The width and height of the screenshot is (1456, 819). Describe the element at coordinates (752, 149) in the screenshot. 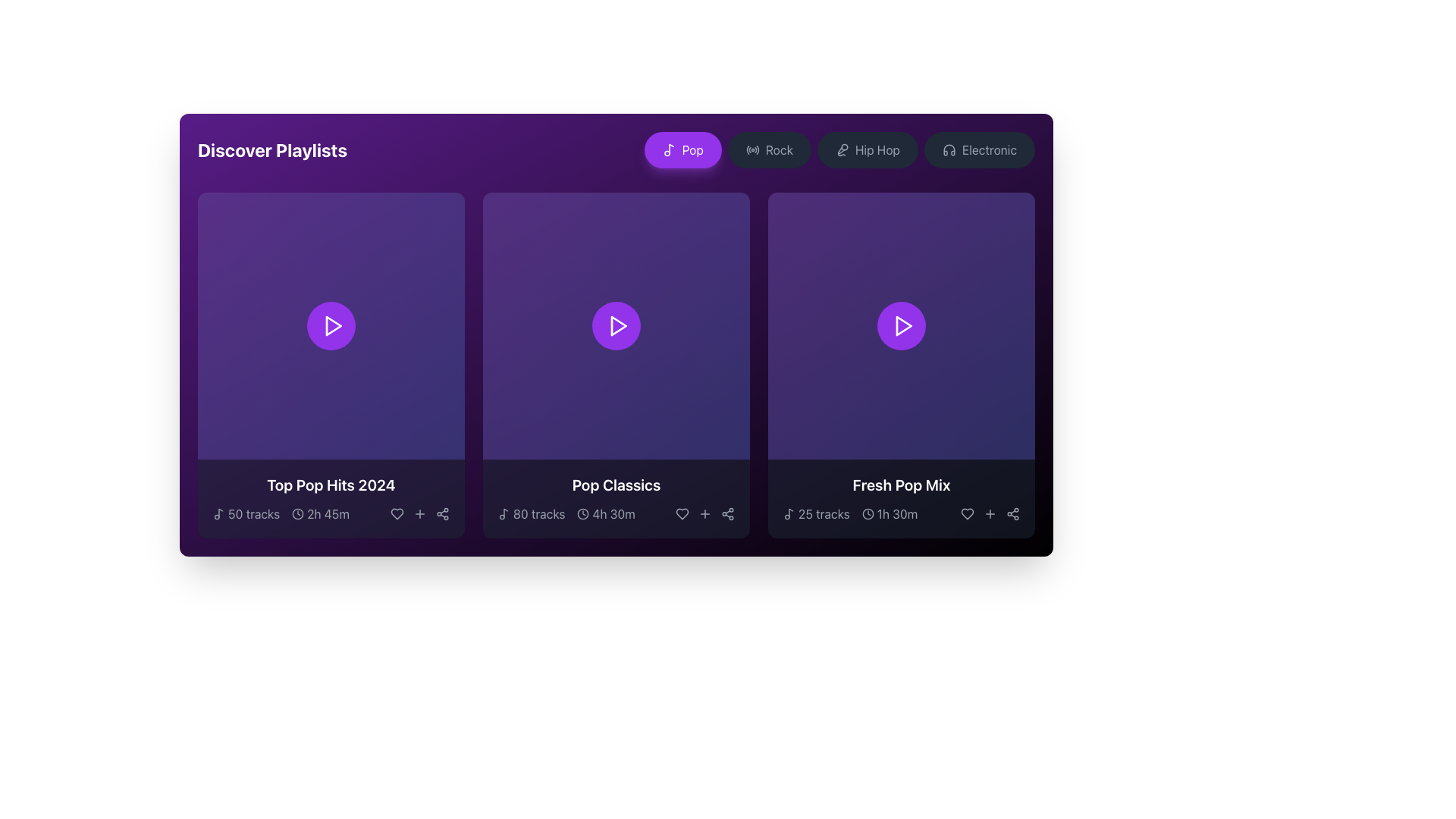

I see `the graphical icon representing 'radio' functionality located inside the 'Rock' button in the horizontal toolbar` at that location.